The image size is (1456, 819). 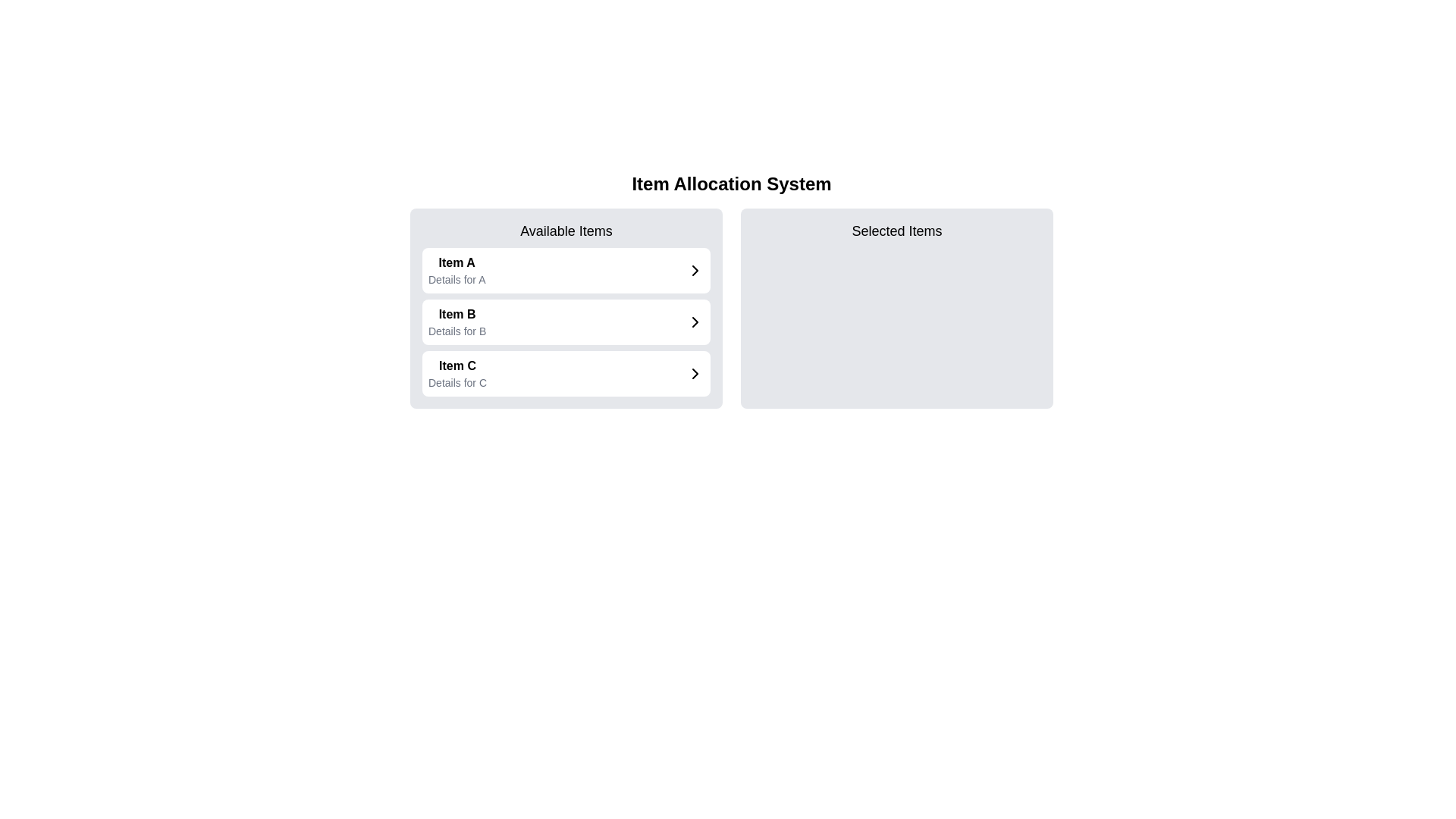 What do you see at coordinates (566, 374) in the screenshot?
I see `the 'Item C' card in the list` at bounding box center [566, 374].